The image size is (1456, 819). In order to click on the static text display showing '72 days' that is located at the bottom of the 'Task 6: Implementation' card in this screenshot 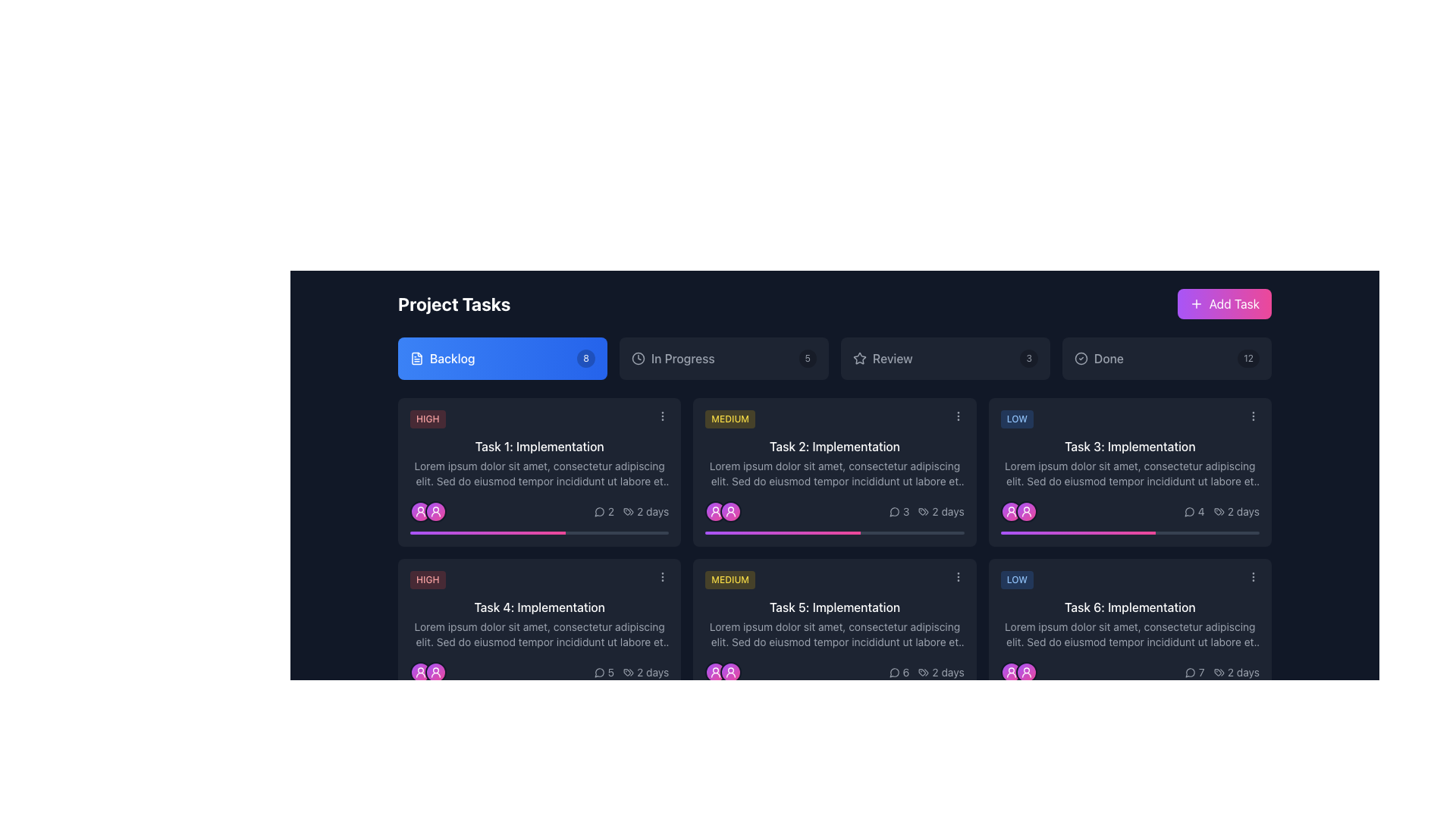, I will do `click(1130, 672)`.